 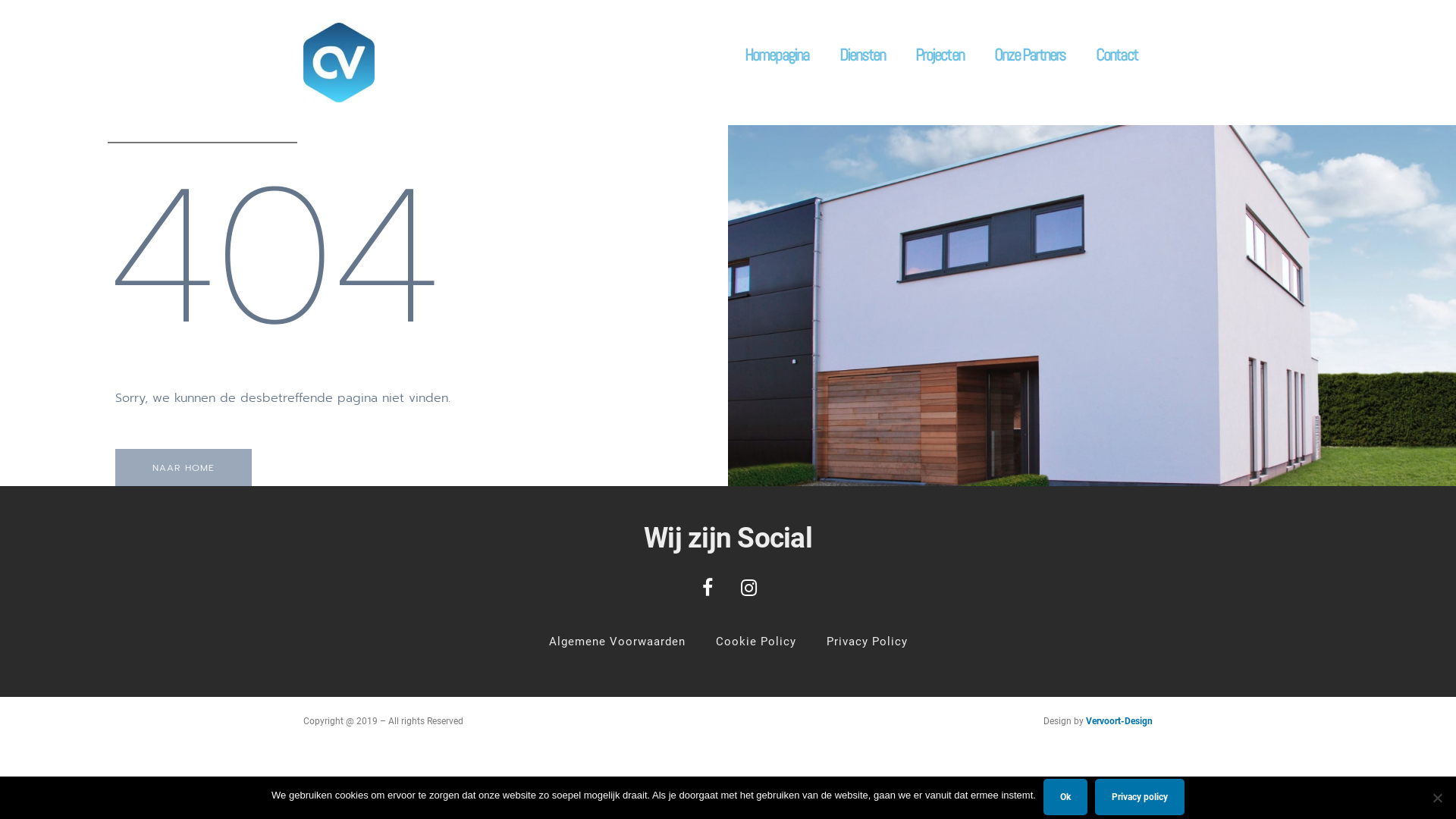 I want to click on 'Privacy policy', so click(x=1139, y=795).